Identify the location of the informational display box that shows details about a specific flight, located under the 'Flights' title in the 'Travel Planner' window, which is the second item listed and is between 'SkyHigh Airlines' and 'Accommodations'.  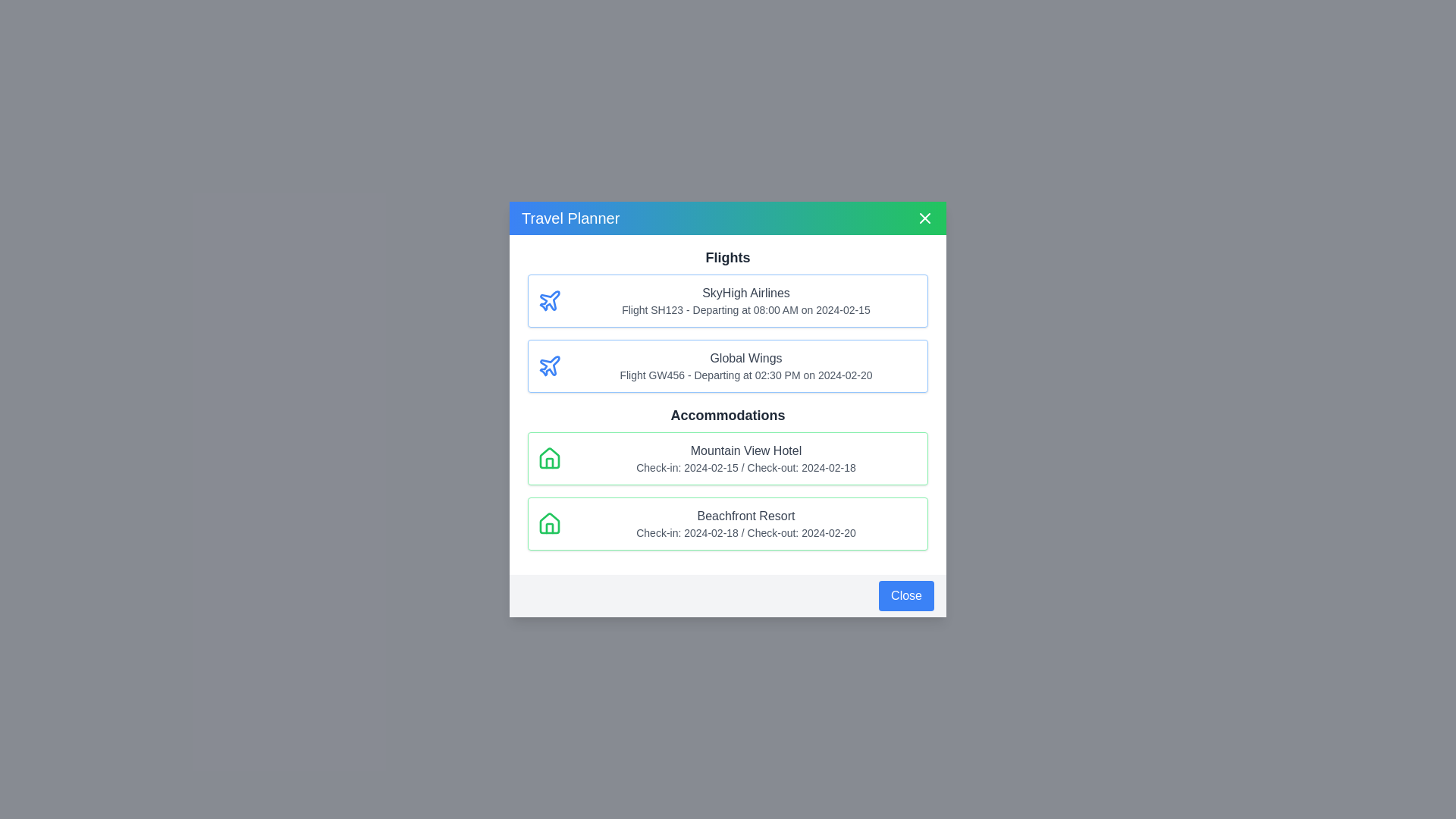
(728, 366).